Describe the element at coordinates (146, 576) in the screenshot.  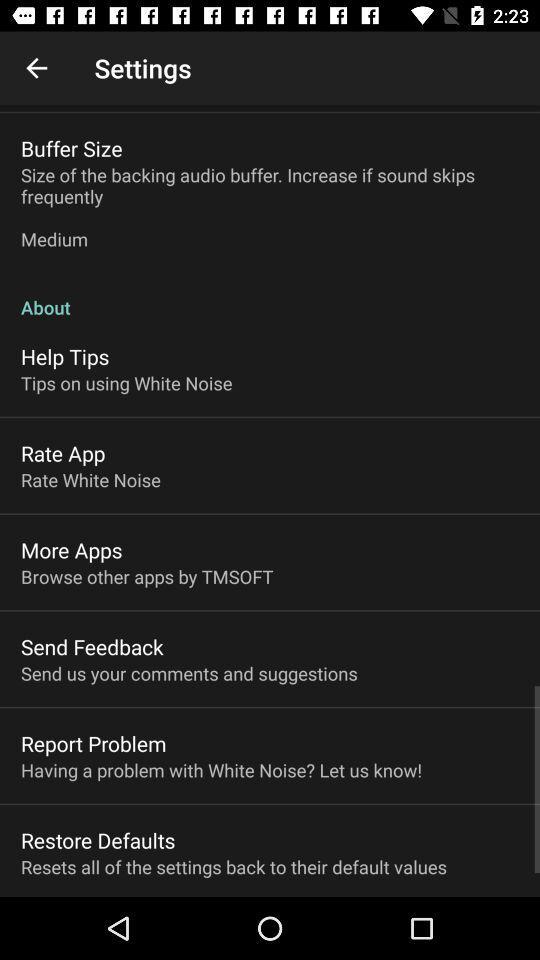
I see `browse other apps item` at that location.